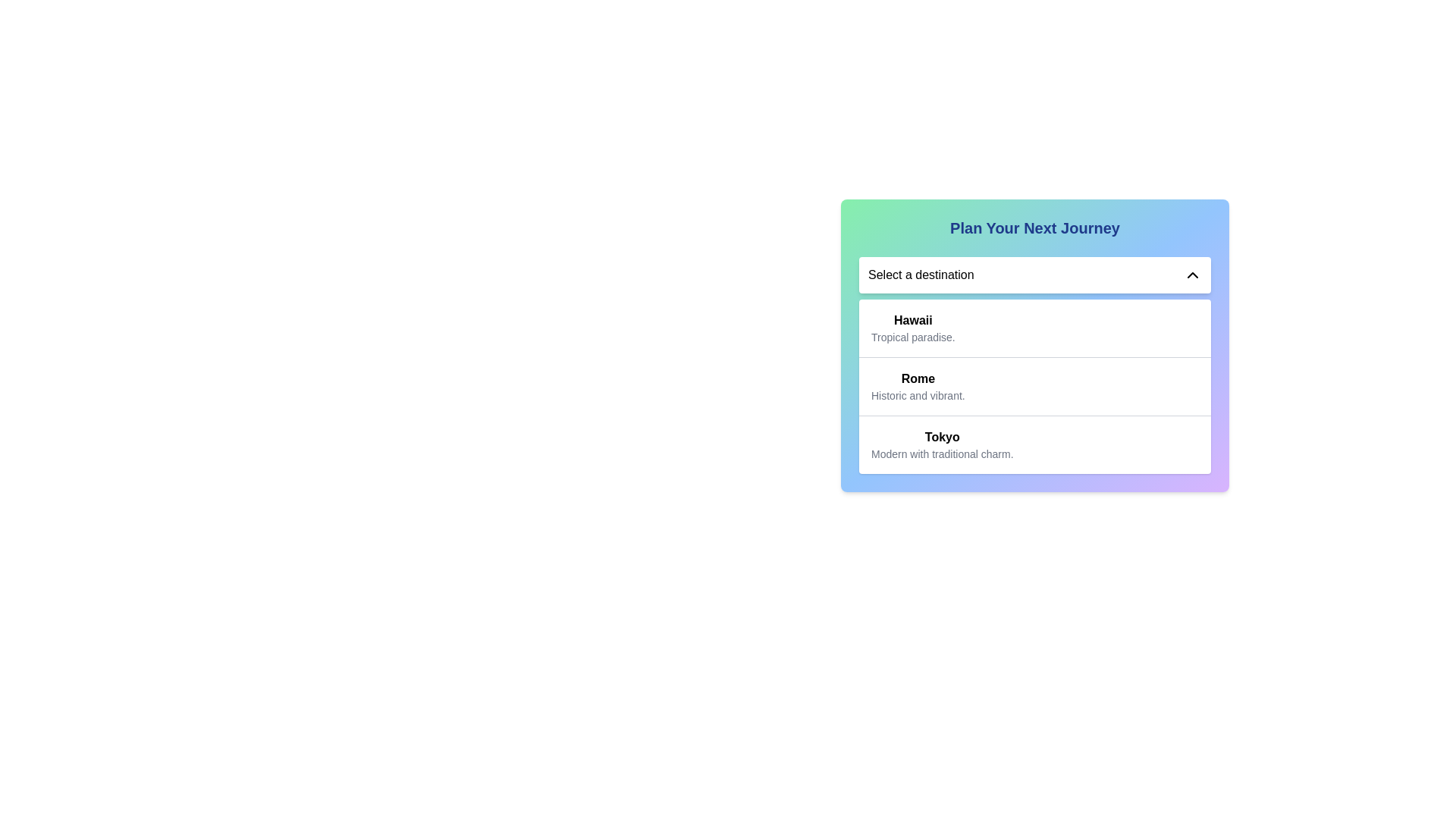  What do you see at coordinates (941, 444) in the screenshot?
I see `the text display for 'Tokyo'` at bounding box center [941, 444].